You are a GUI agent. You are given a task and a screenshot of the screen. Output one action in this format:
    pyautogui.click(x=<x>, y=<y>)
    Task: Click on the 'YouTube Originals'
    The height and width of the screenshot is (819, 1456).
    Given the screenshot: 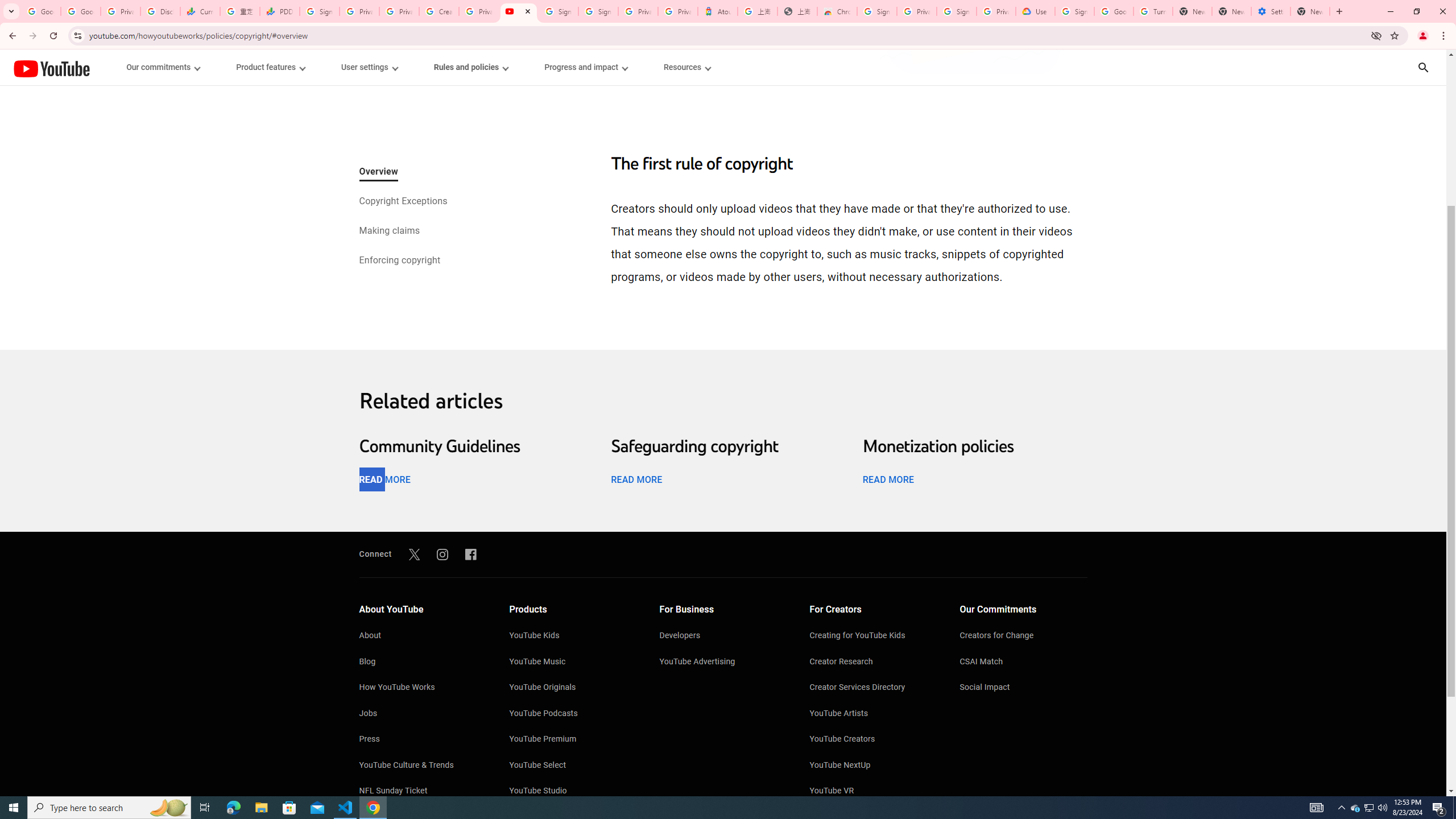 What is the action you would take?
    pyautogui.click(x=573, y=688)
    